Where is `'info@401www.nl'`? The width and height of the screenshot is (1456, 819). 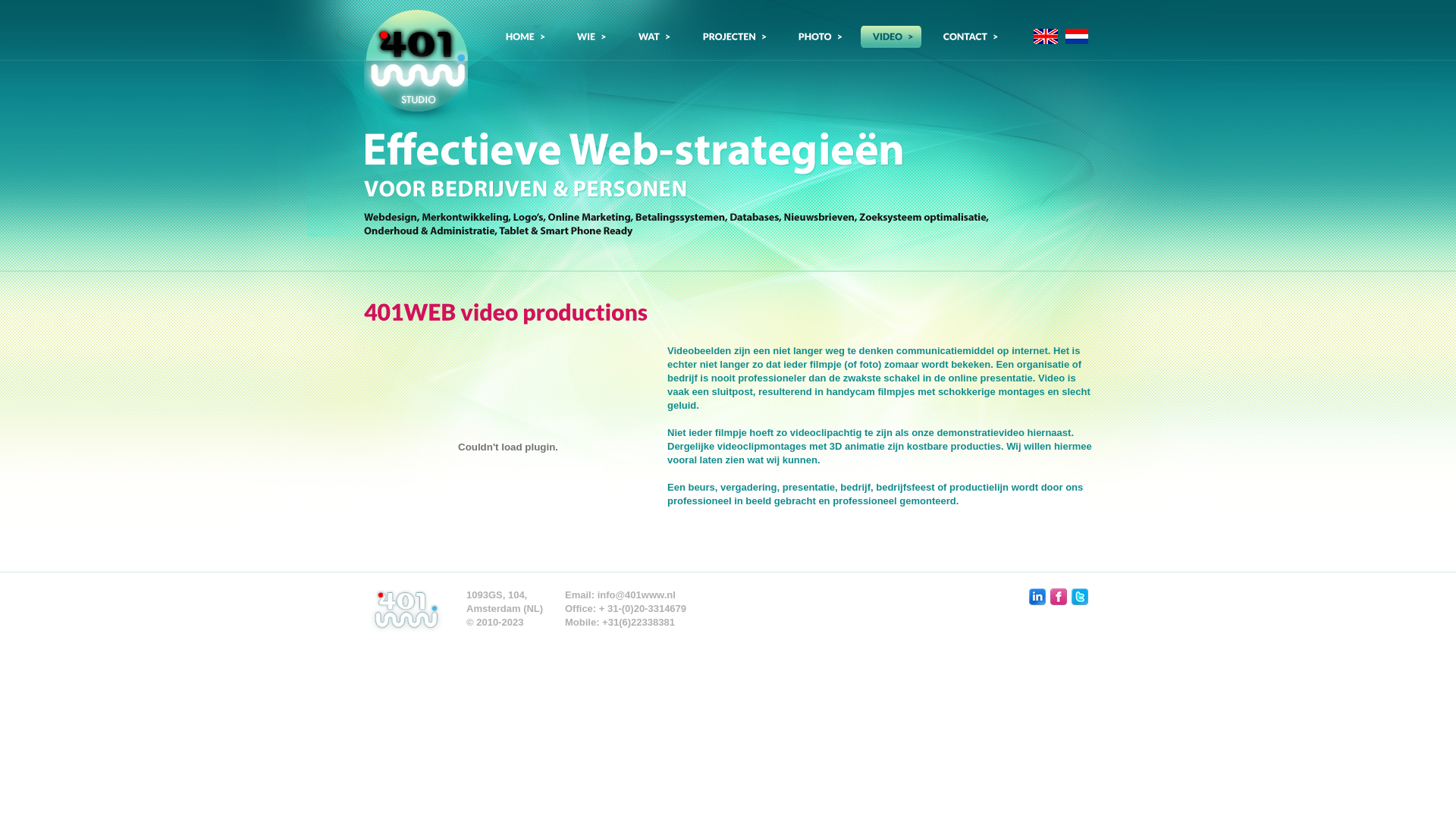
'info@401www.nl' is located at coordinates (636, 594).